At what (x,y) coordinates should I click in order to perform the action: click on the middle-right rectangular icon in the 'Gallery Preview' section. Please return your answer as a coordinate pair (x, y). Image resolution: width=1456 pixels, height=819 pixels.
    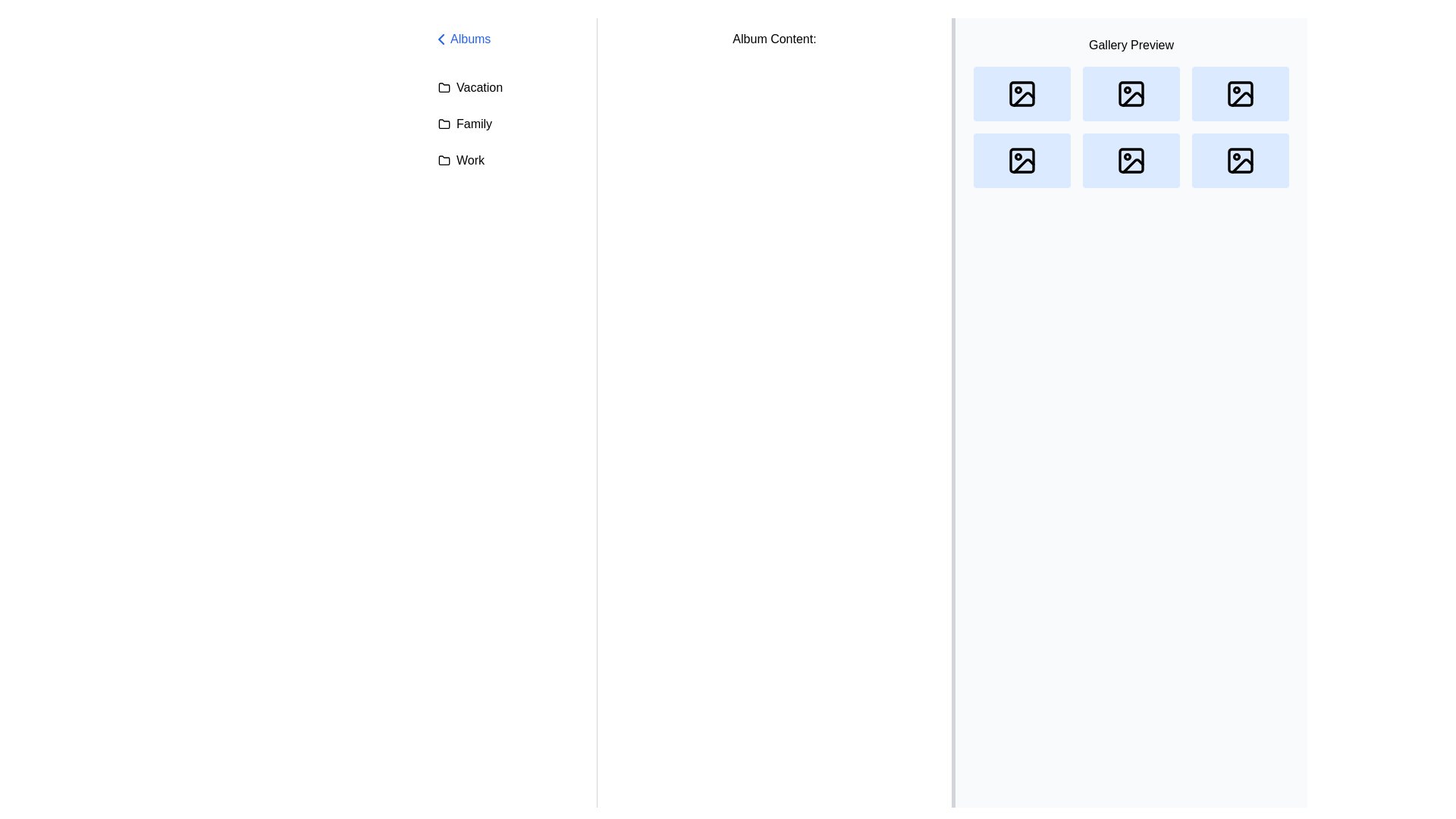
    Looking at the image, I should click on (1131, 161).